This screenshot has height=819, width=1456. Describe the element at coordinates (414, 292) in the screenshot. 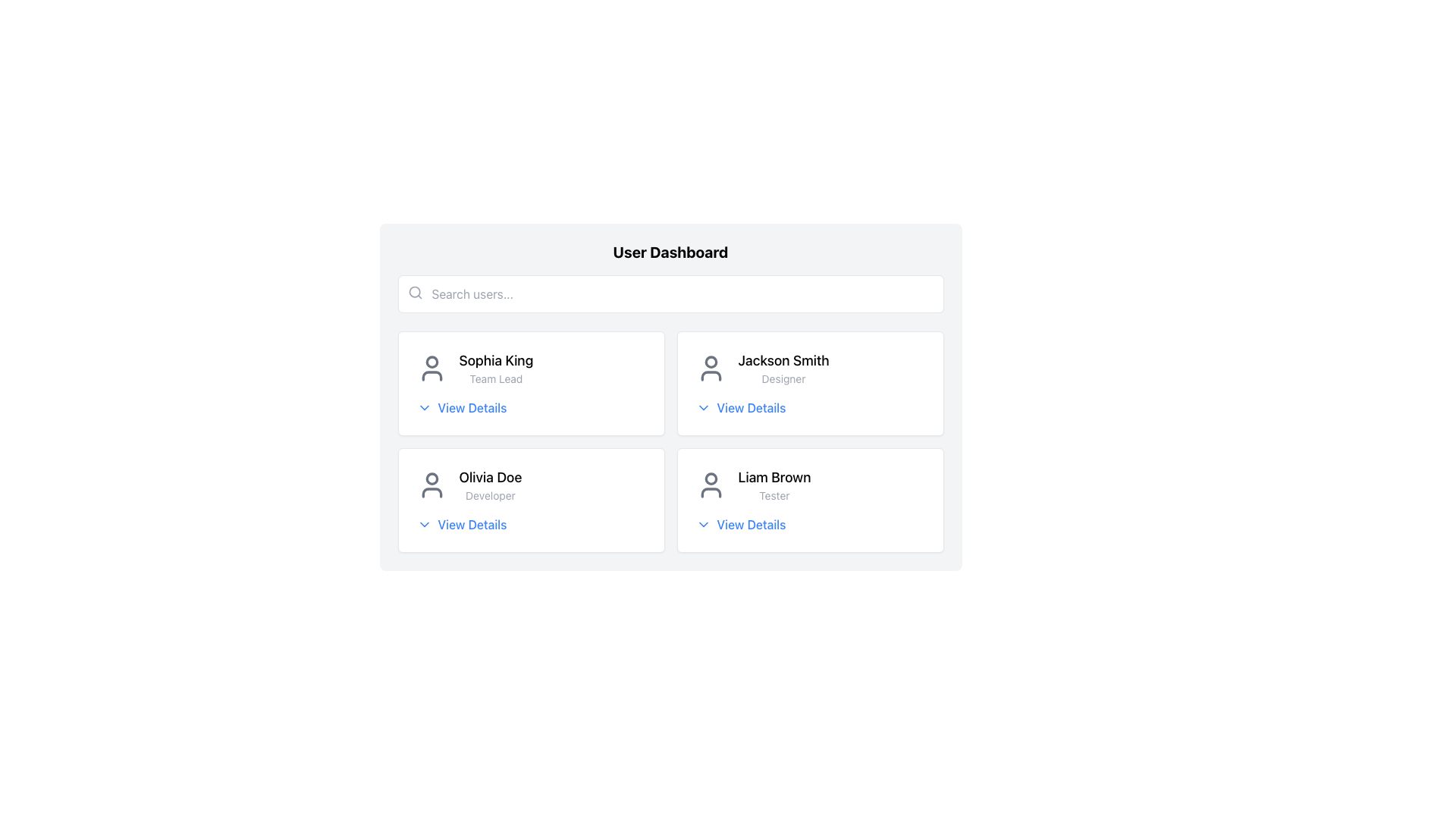

I see `the small circular icon that is centered within the magnifying glass symbol of the search icon, located to the left of the search text input box` at that location.